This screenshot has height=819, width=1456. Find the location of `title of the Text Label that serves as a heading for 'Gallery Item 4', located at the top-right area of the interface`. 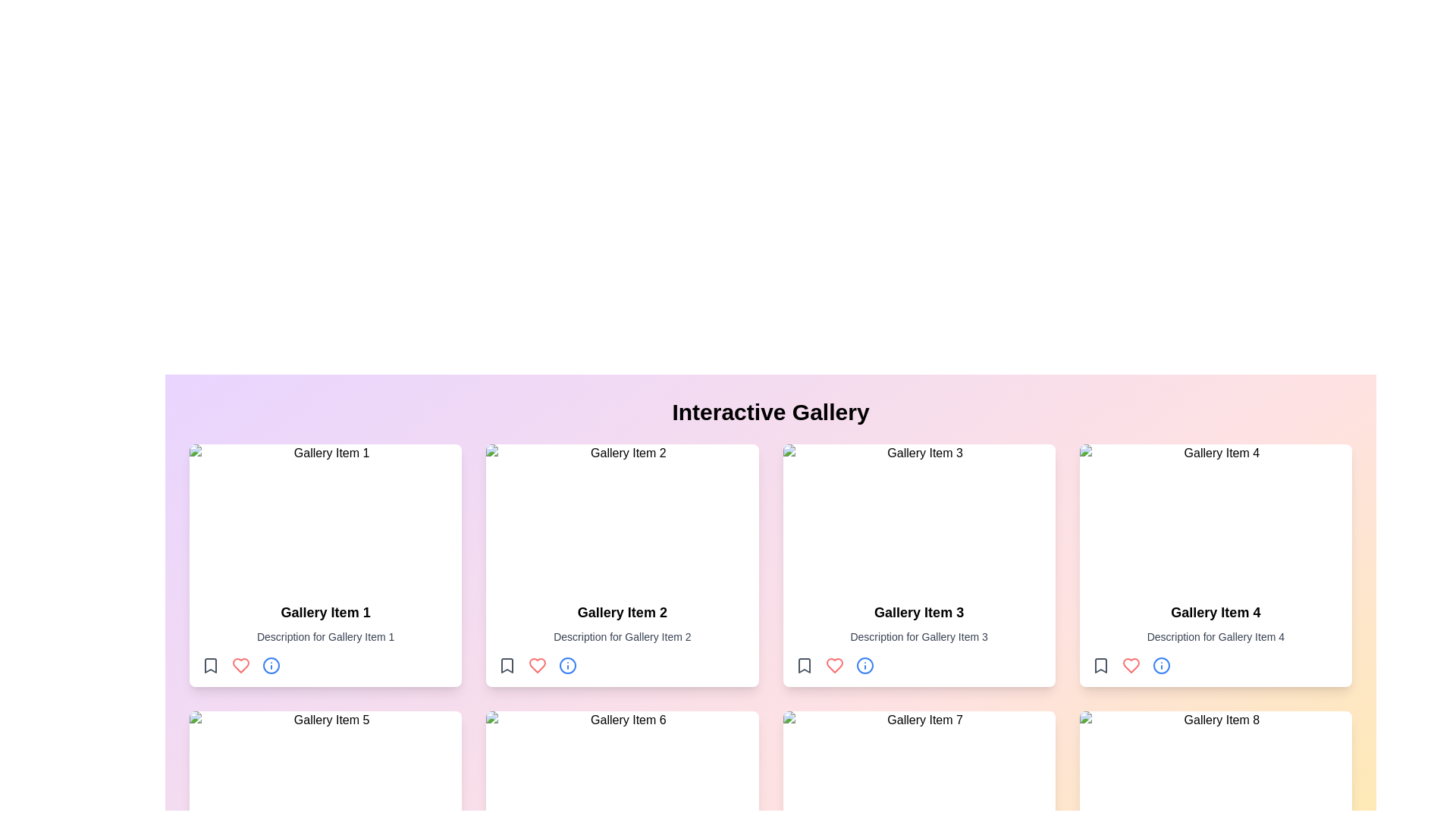

title of the Text Label that serves as a heading for 'Gallery Item 4', located at the top-right area of the interface is located at coordinates (1216, 611).